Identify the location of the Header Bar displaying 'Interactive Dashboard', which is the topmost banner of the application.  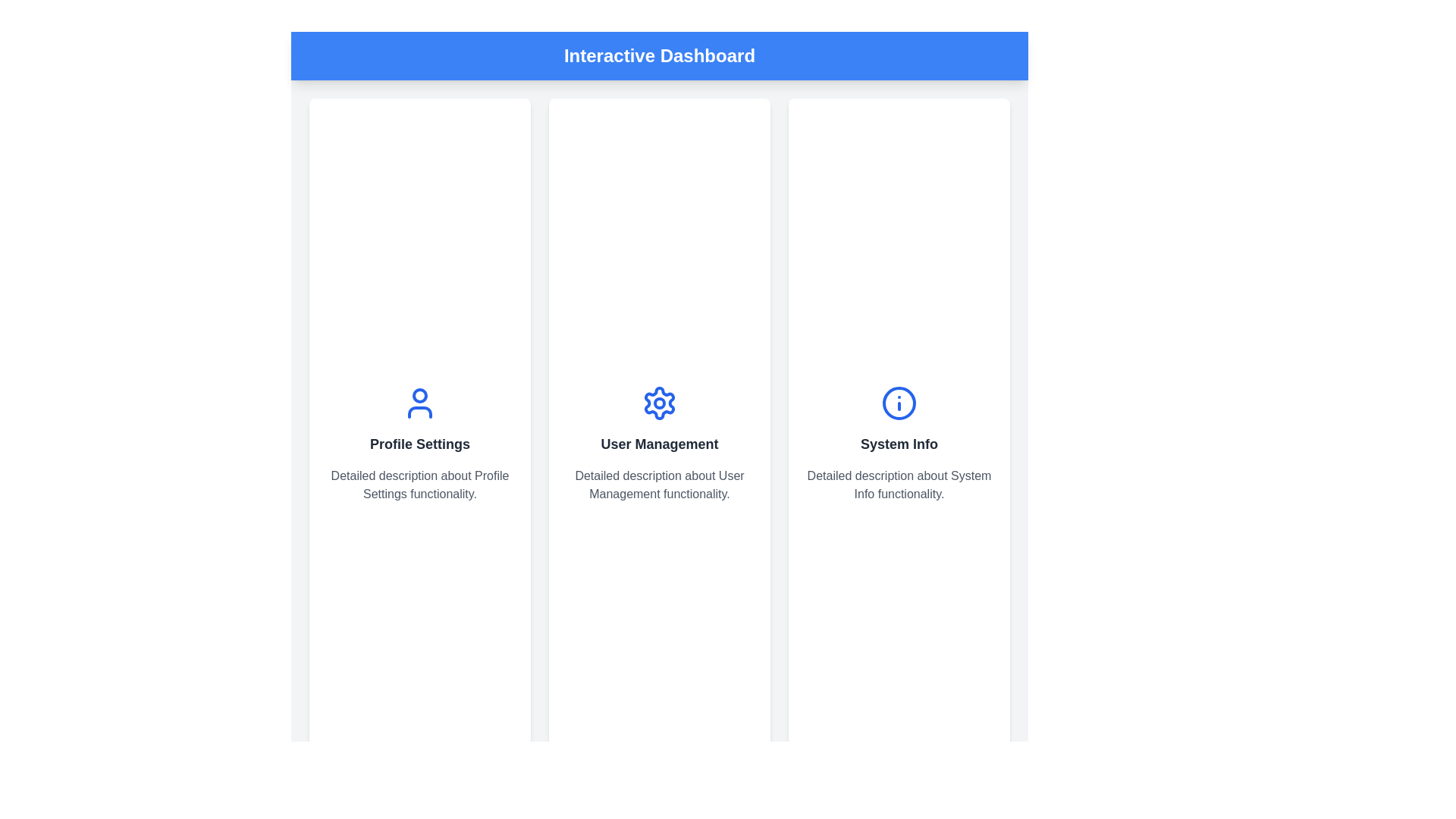
(659, 55).